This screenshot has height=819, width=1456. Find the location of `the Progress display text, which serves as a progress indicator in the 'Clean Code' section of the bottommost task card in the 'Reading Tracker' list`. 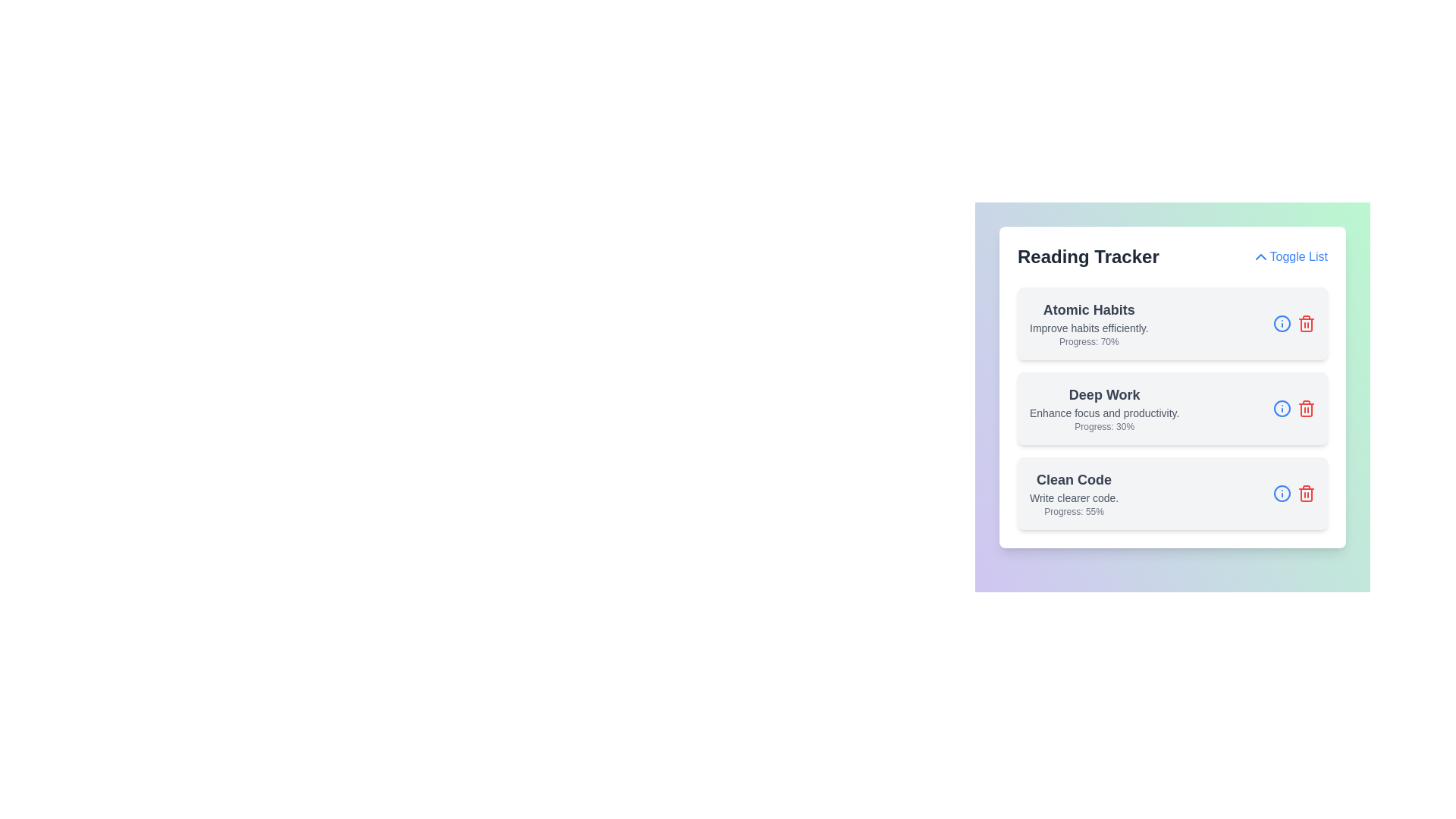

the Progress display text, which serves as a progress indicator in the 'Clean Code' section of the bottommost task card in the 'Reading Tracker' list is located at coordinates (1073, 512).